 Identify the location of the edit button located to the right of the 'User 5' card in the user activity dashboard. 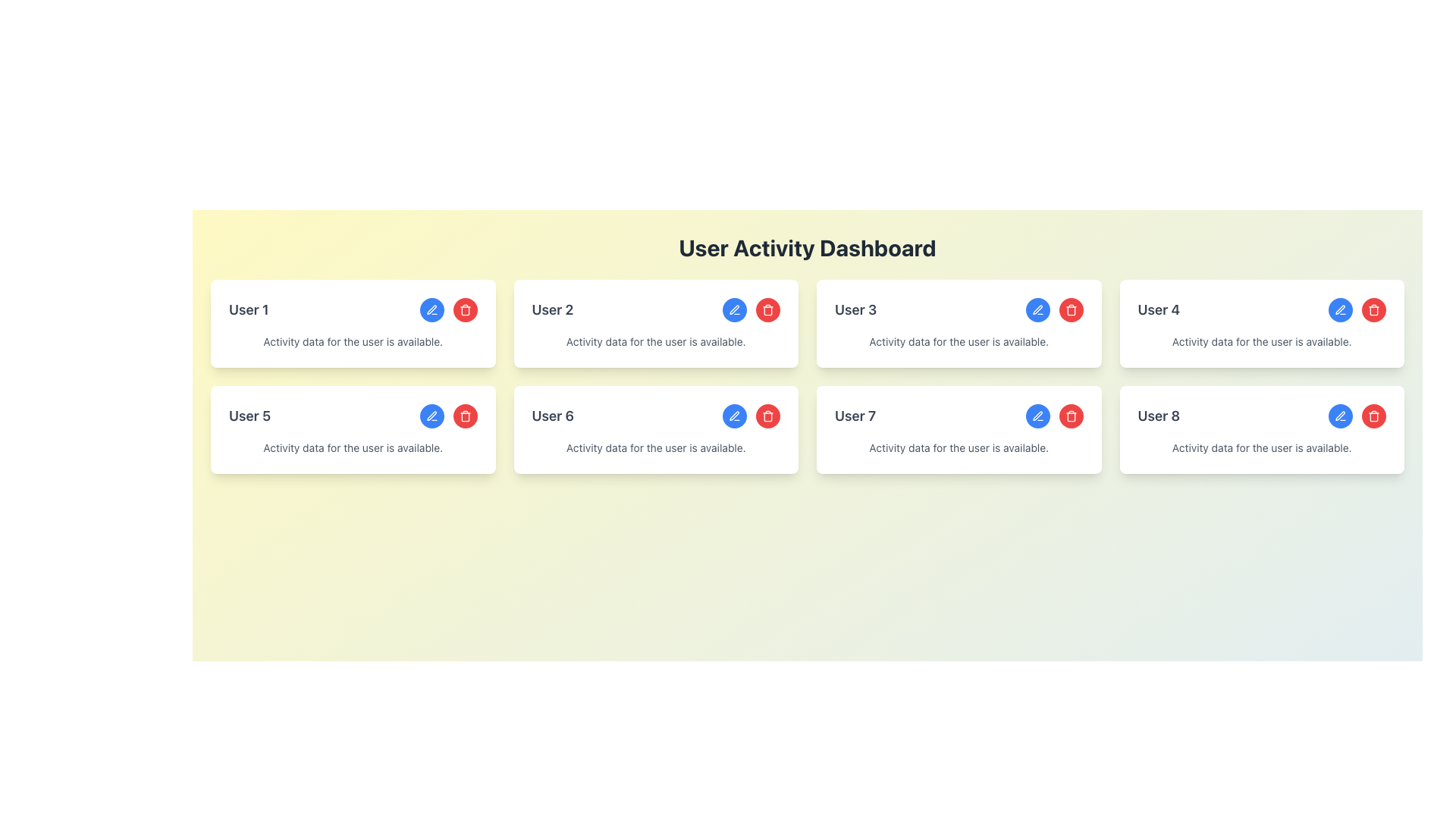
(431, 416).